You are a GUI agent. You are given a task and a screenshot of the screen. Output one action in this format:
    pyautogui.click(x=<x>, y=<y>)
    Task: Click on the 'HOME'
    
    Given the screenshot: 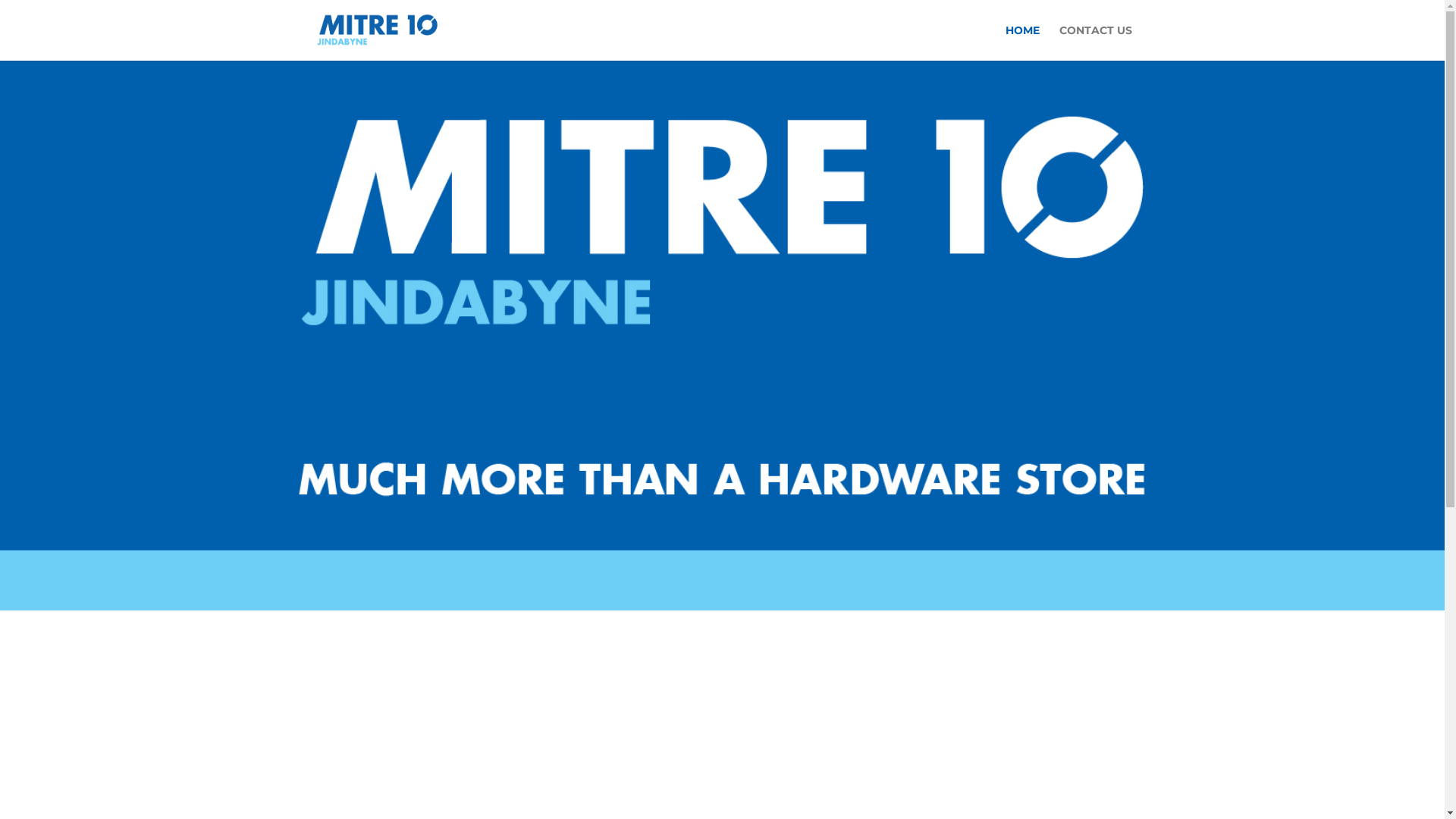 What is the action you would take?
    pyautogui.click(x=1005, y=42)
    